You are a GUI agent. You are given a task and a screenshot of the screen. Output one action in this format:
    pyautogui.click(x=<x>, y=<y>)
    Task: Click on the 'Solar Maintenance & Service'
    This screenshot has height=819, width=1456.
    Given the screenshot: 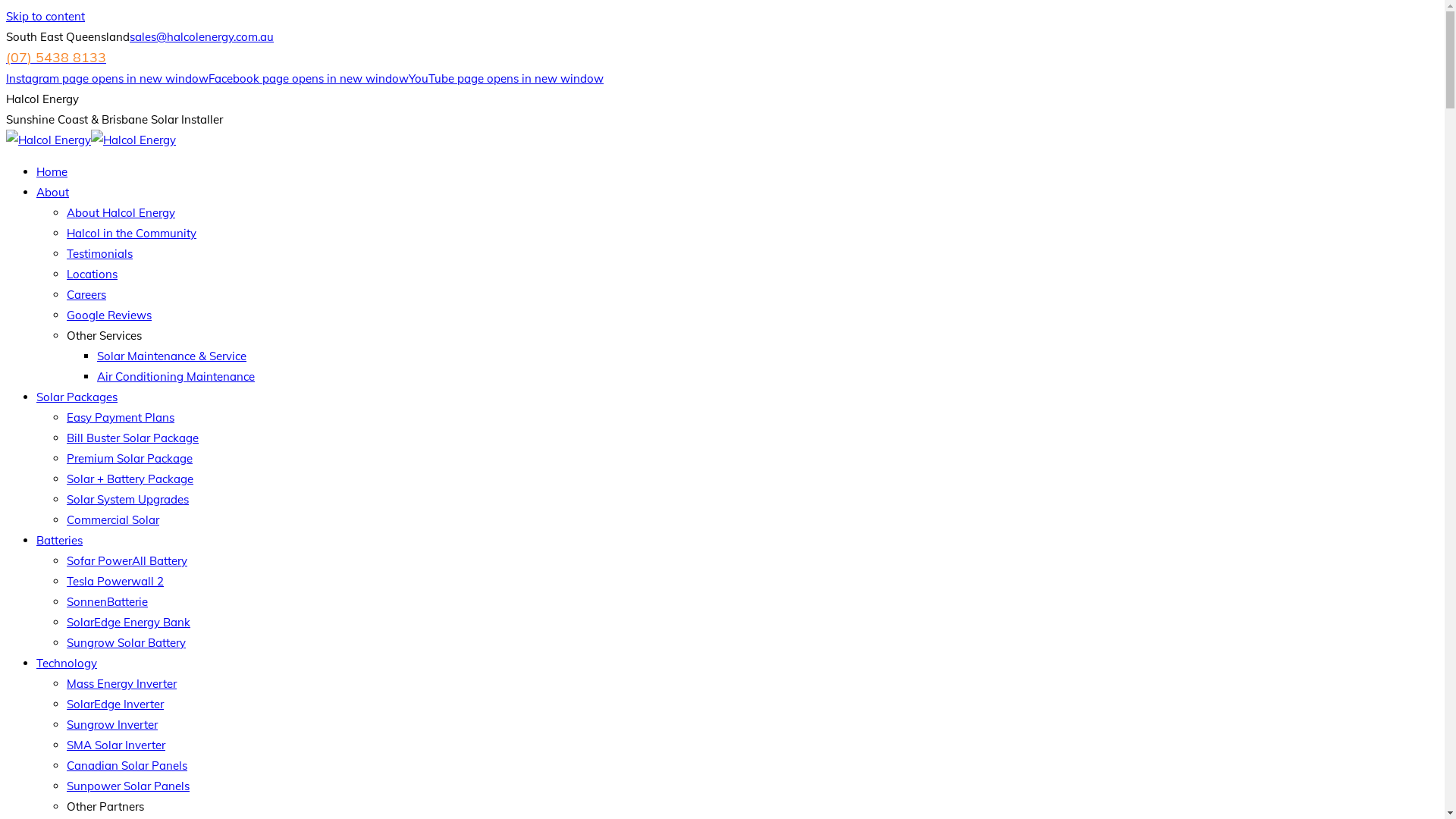 What is the action you would take?
    pyautogui.click(x=171, y=356)
    